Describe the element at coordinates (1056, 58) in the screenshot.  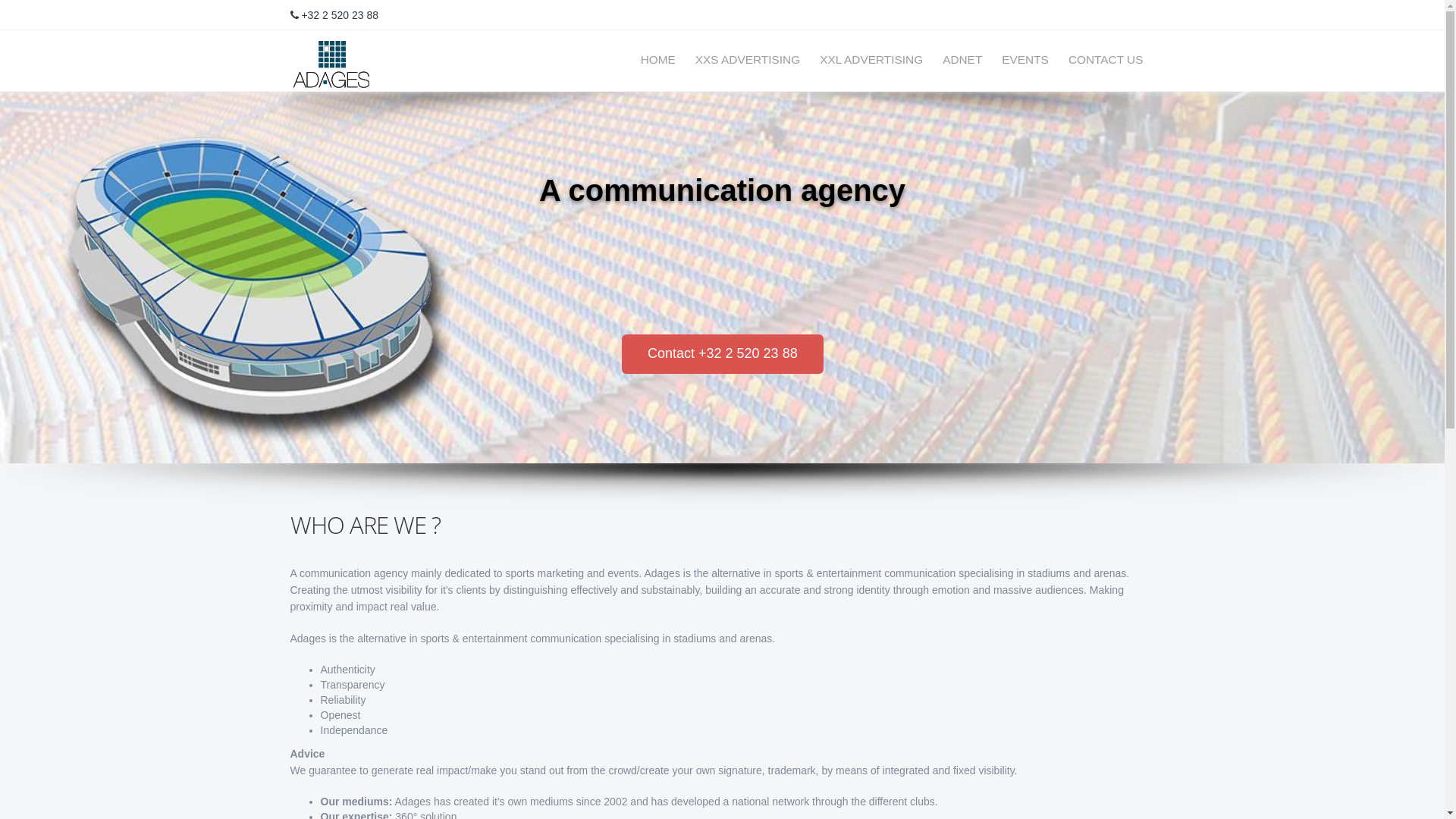
I see `'CONTACT US'` at that location.